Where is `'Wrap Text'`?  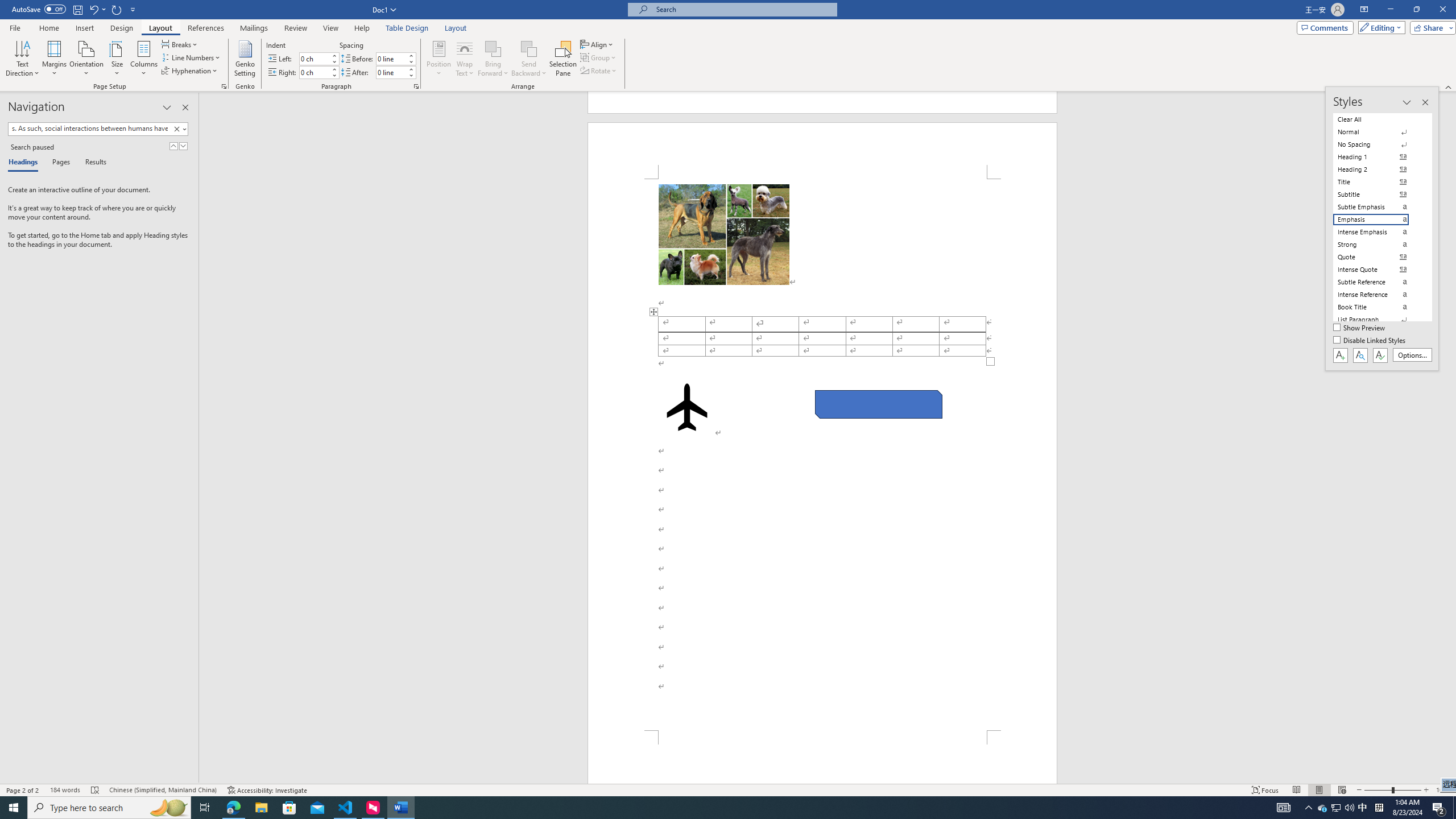
'Wrap Text' is located at coordinates (464, 59).